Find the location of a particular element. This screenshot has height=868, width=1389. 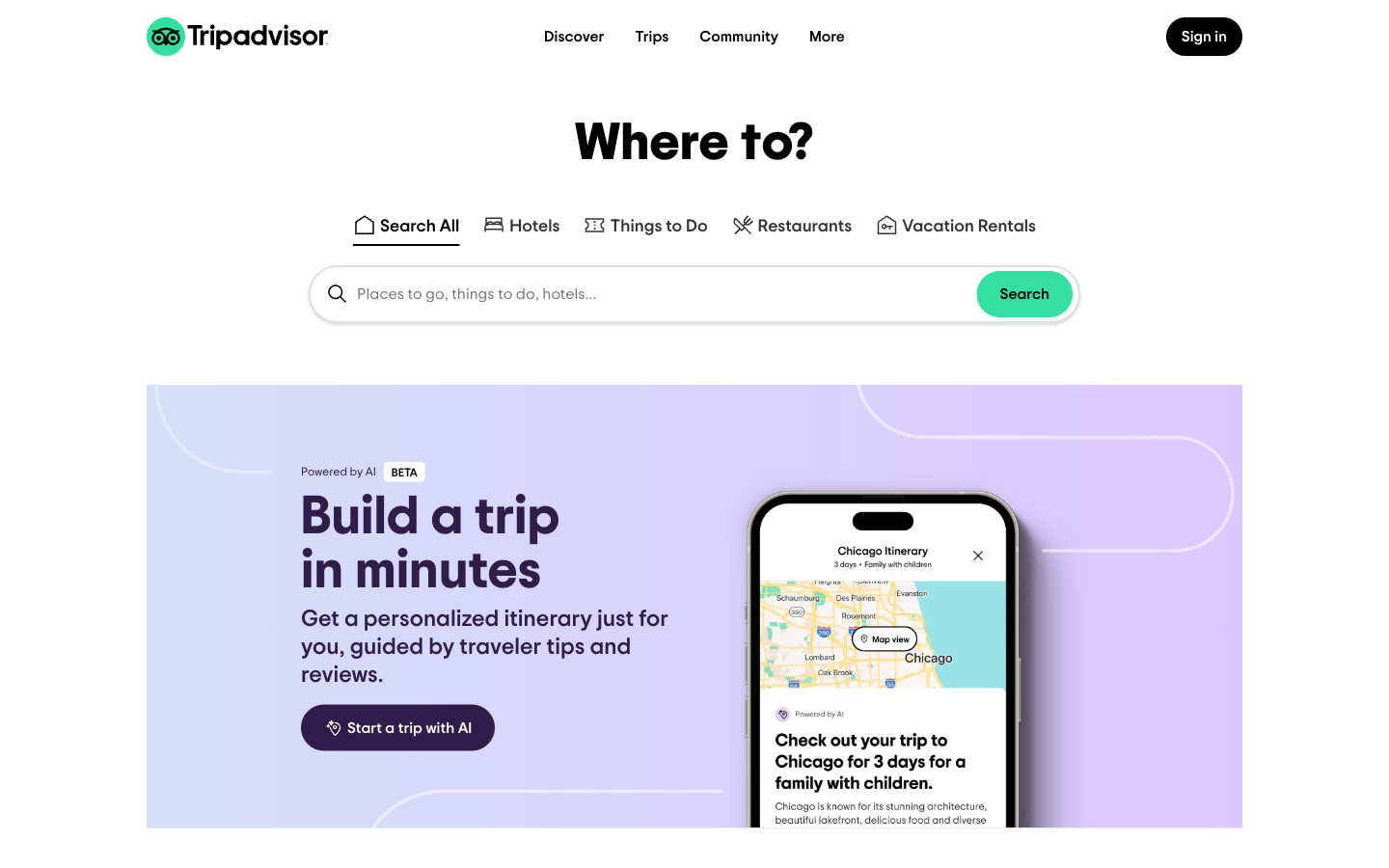

Locate food places in Pittsburgh is located at coordinates (791, 218).